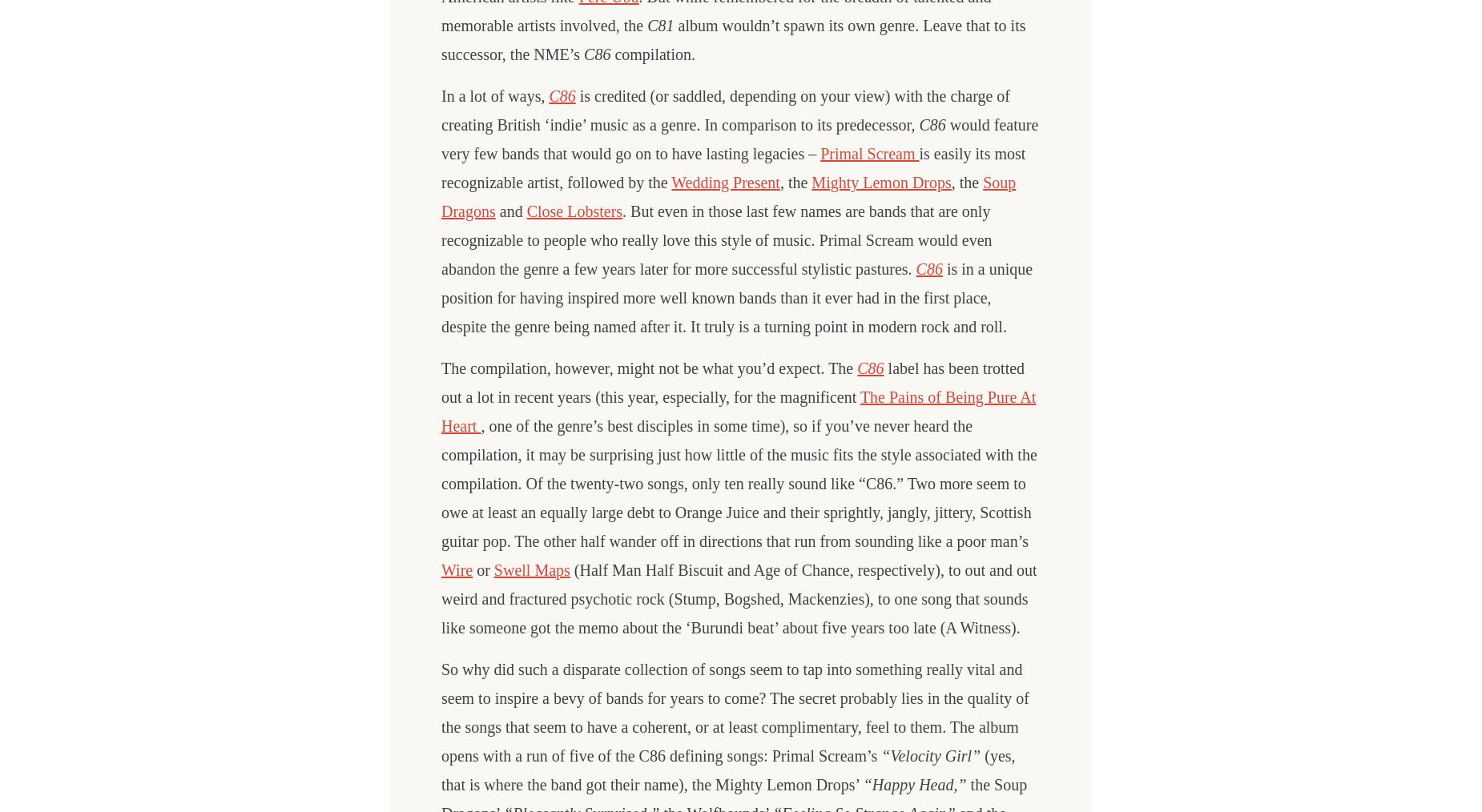 The height and width of the screenshot is (812, 1482). I want to click on '(yes, that is where the band got their name), the Mighty Lemon Drops’', so click(728, 770).